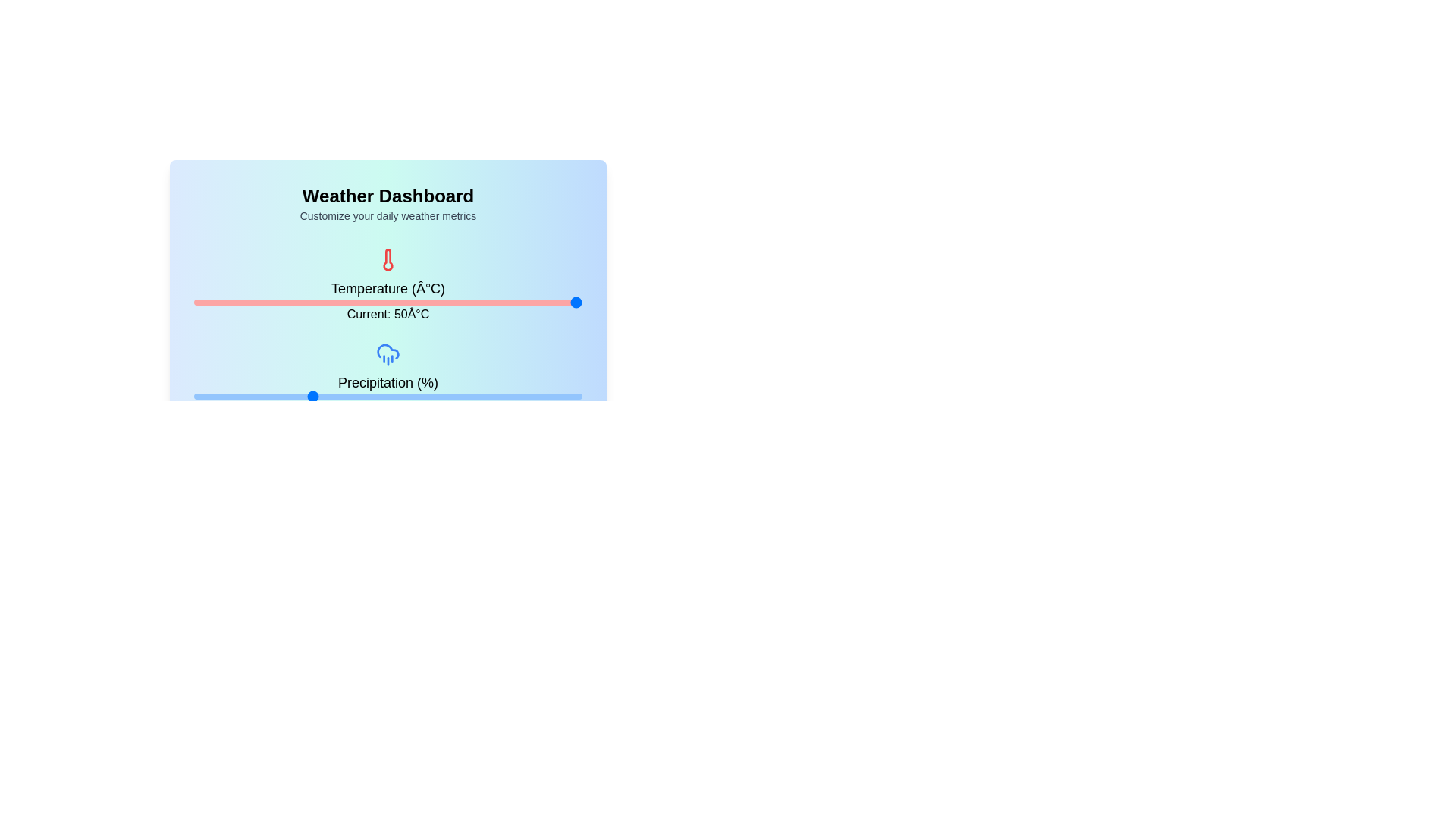  Describe the element at coordinates (559, 302) in the screenshot. I see `the temperature` at that location.